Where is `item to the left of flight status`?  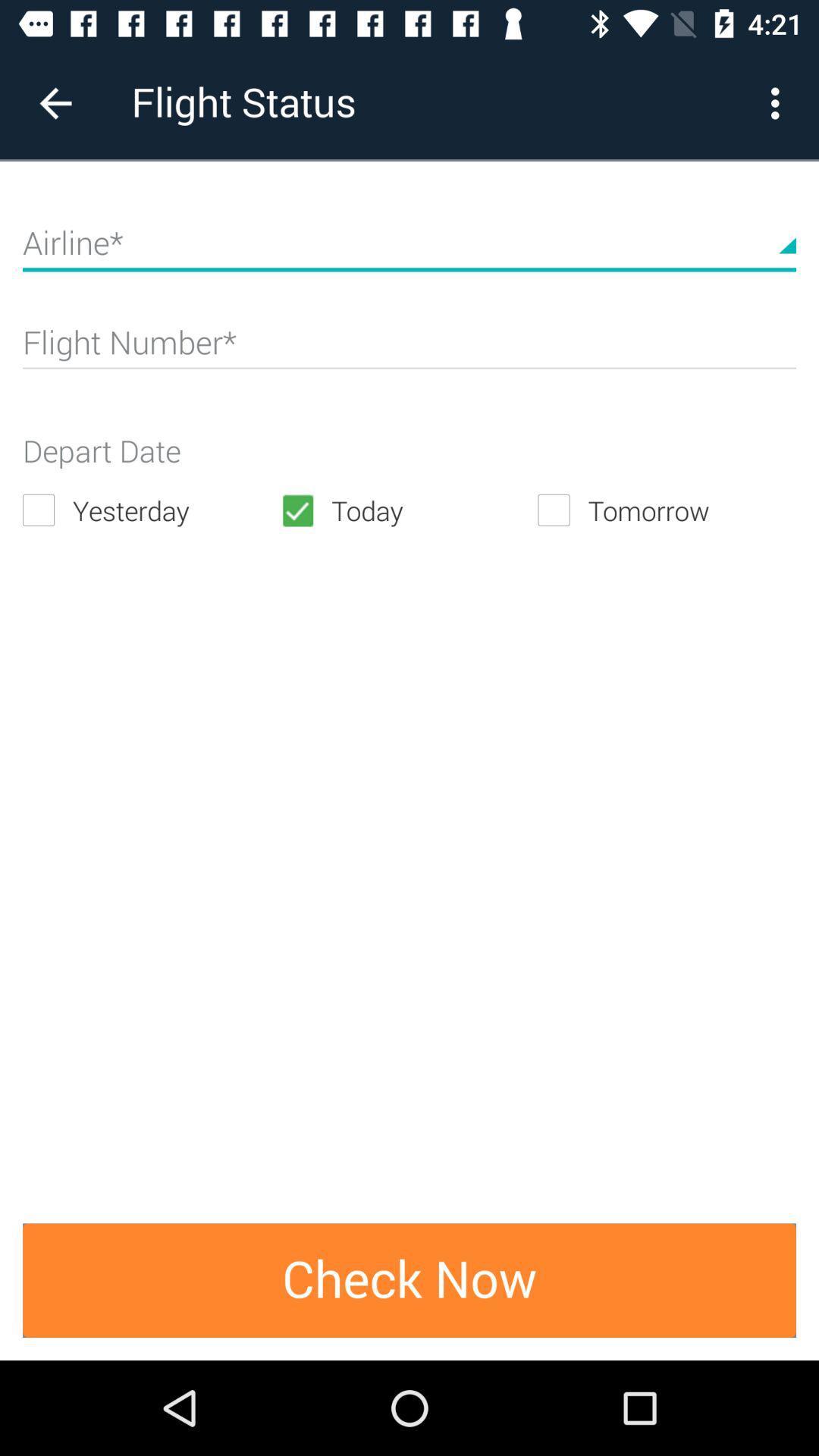
item to the left of flight status is located at coordinates (55, 102).